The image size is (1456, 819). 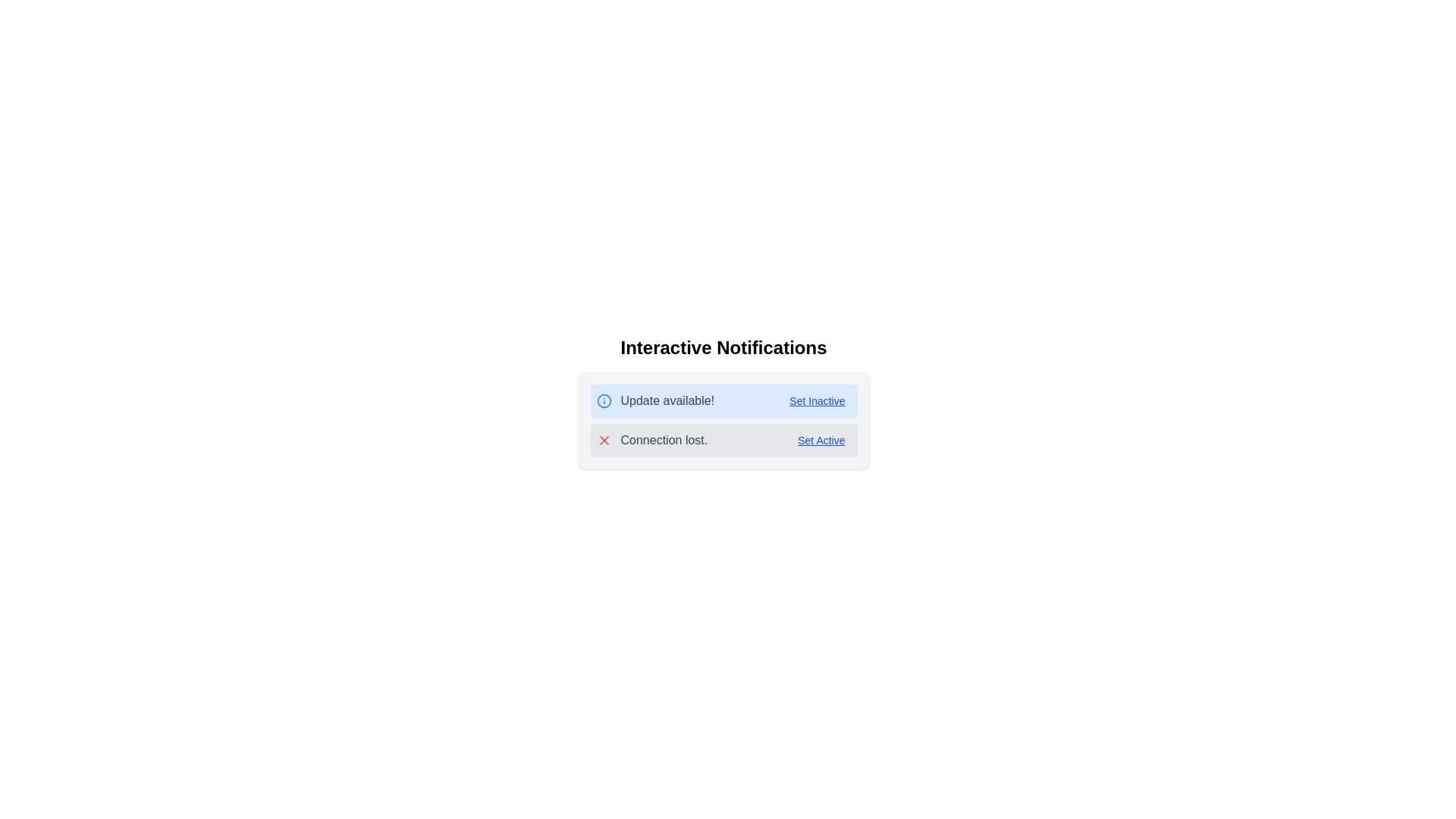 I want to click on the hyperlink styled as a button located at the right end of the notification bar with the message 'Update available!' to set the associated notification as inactive, so click(x=816, y=400).